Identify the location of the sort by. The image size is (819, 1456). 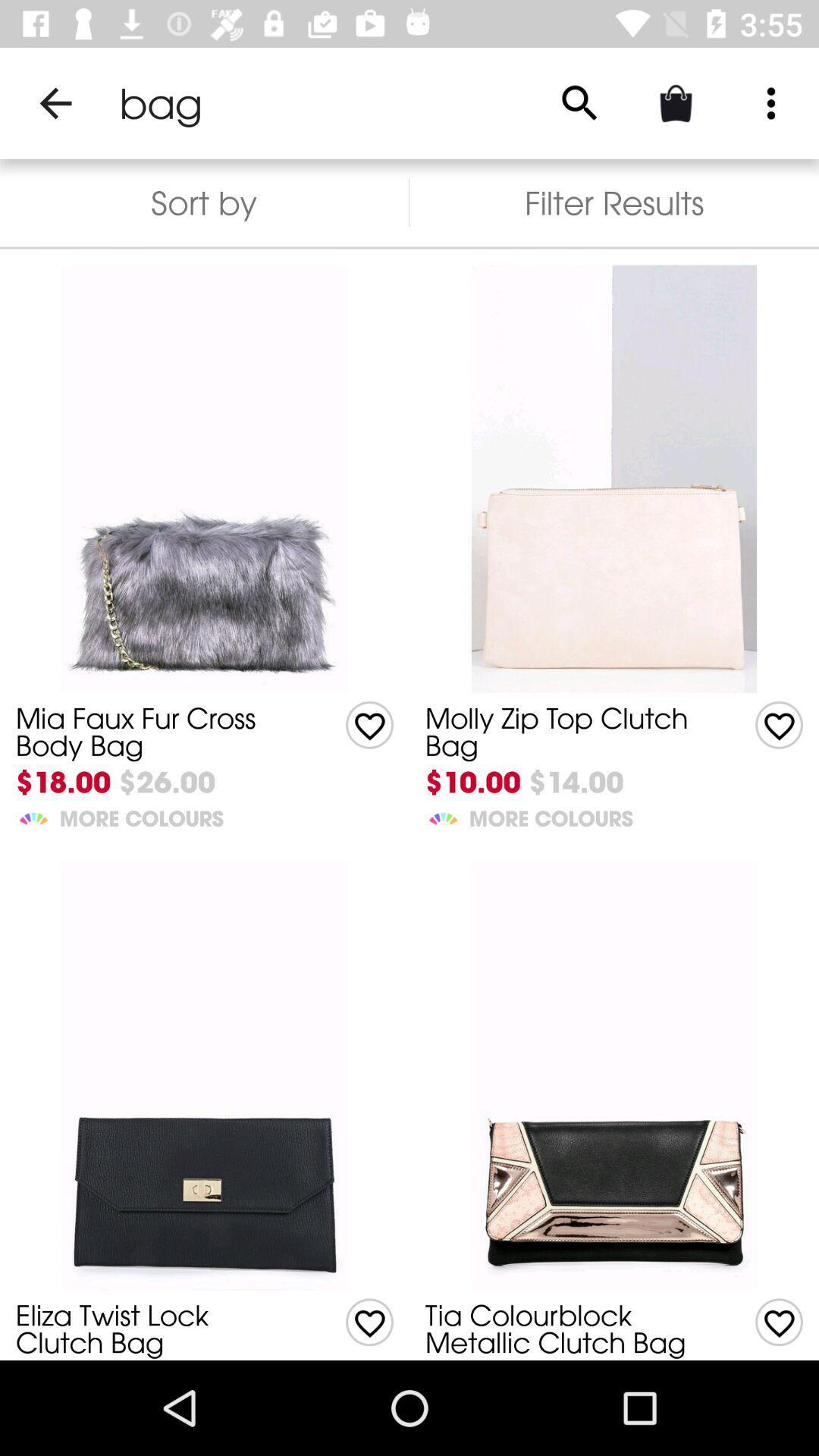
(203, 202).